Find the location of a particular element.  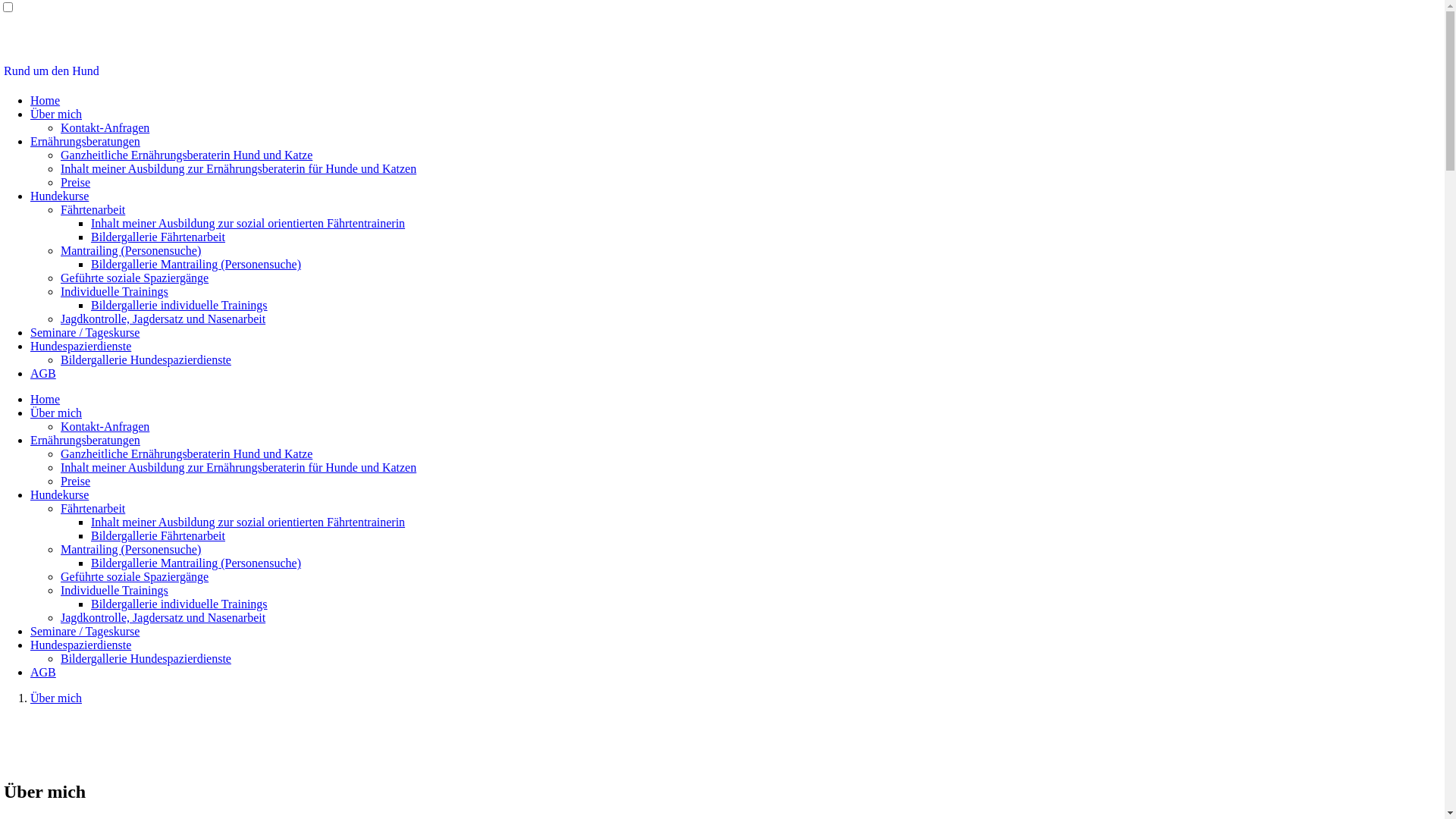

'AGB' is located at coordinates (43, 671).